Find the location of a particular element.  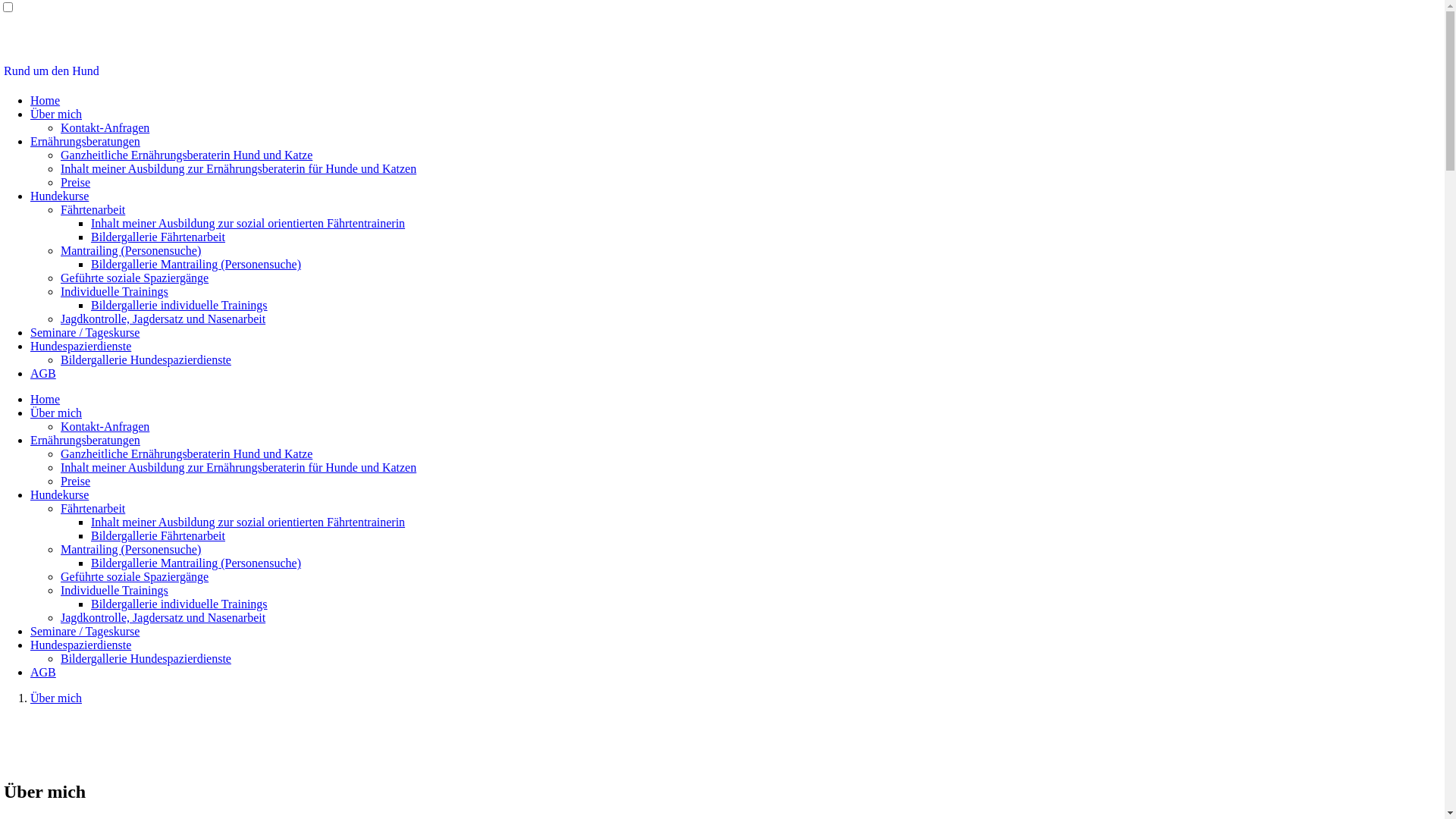

'AGB' is located at coordinates (43, 671).